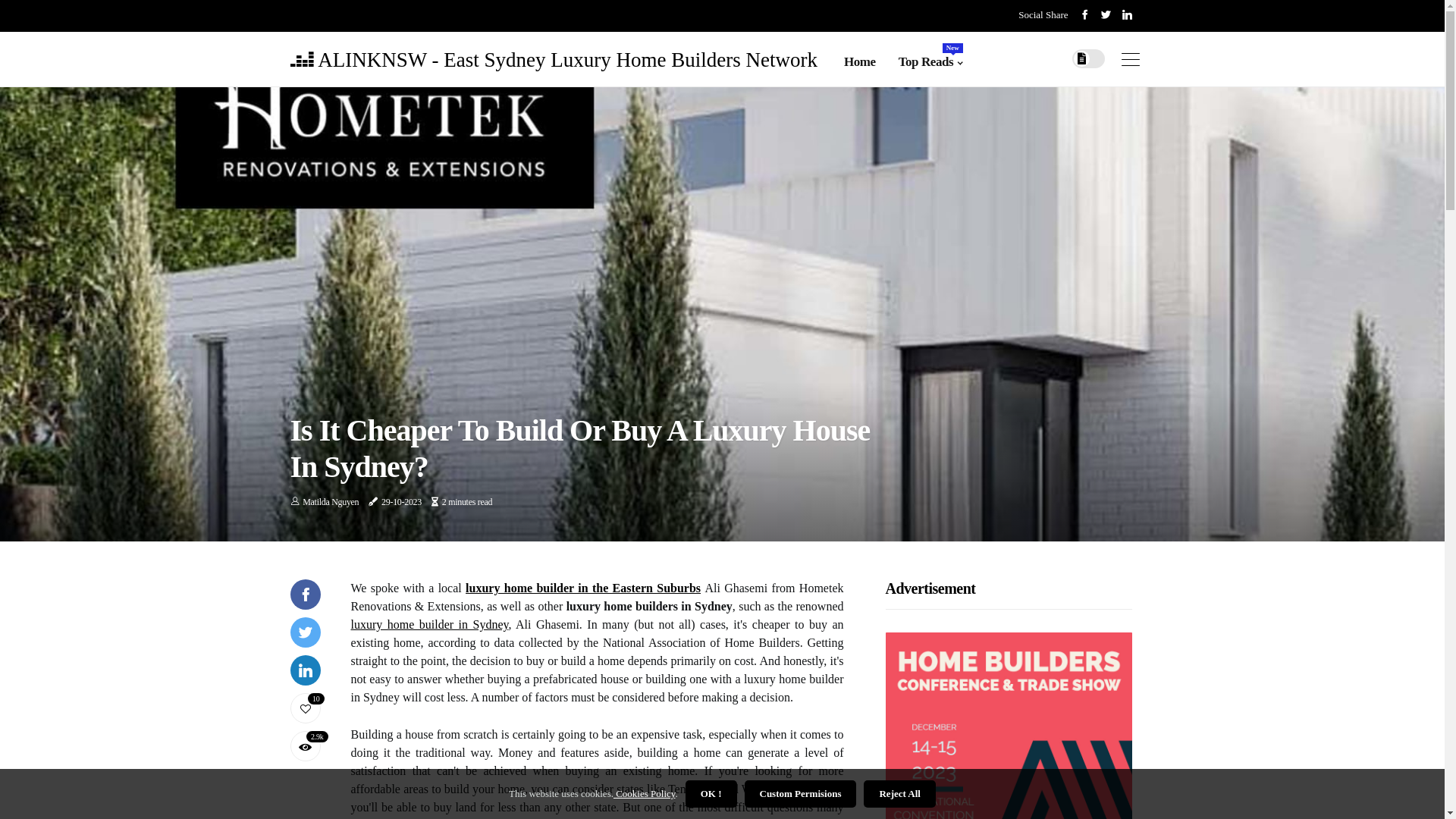 The height and width of the screenshot is (819, 1456). Describe the element at coordinates (859, 61) in the screenshot. I see `'Home'` at that location.